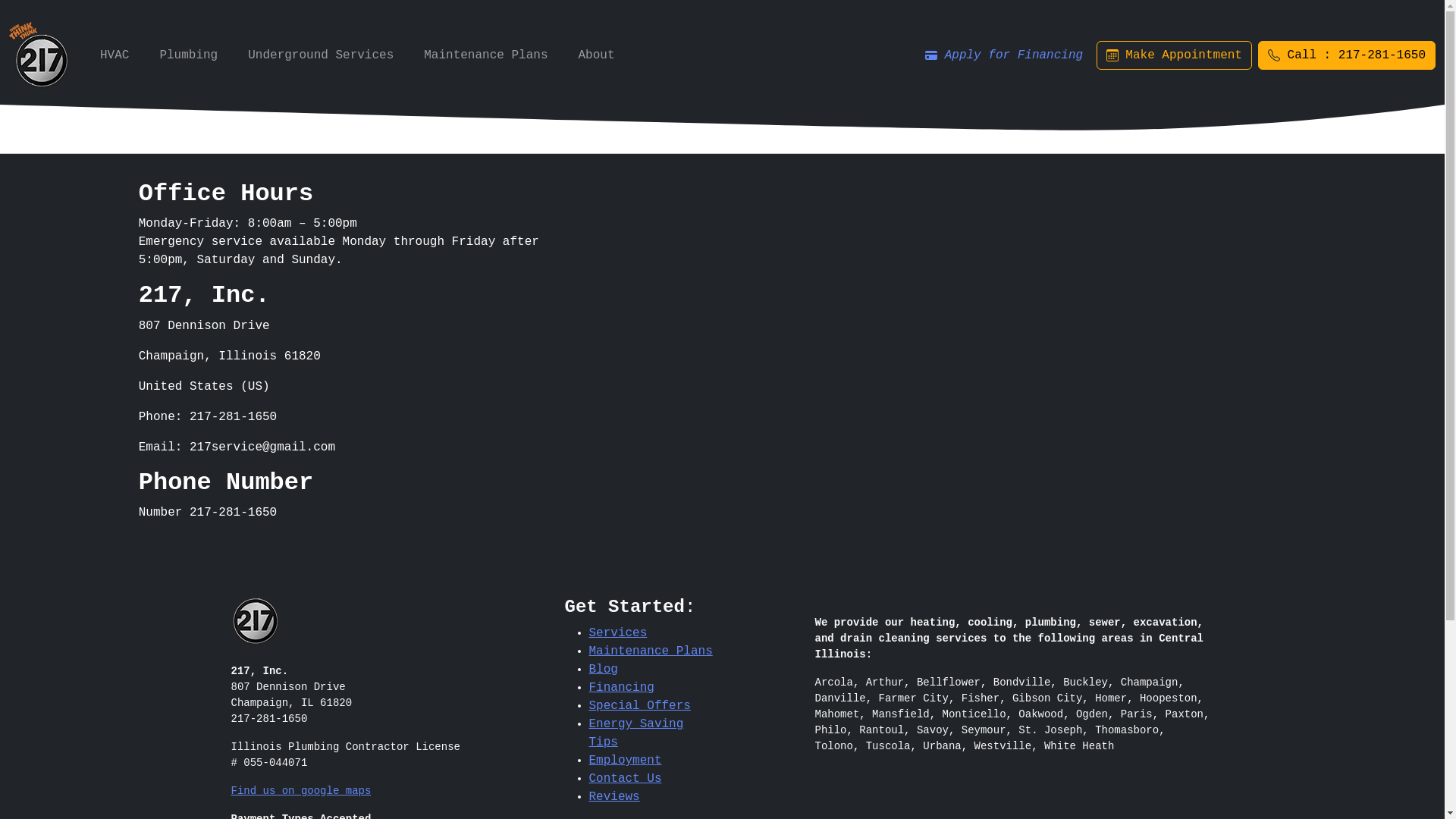 The image size is (1456, 819). I want to click on 'Financing', so click(621, 687).